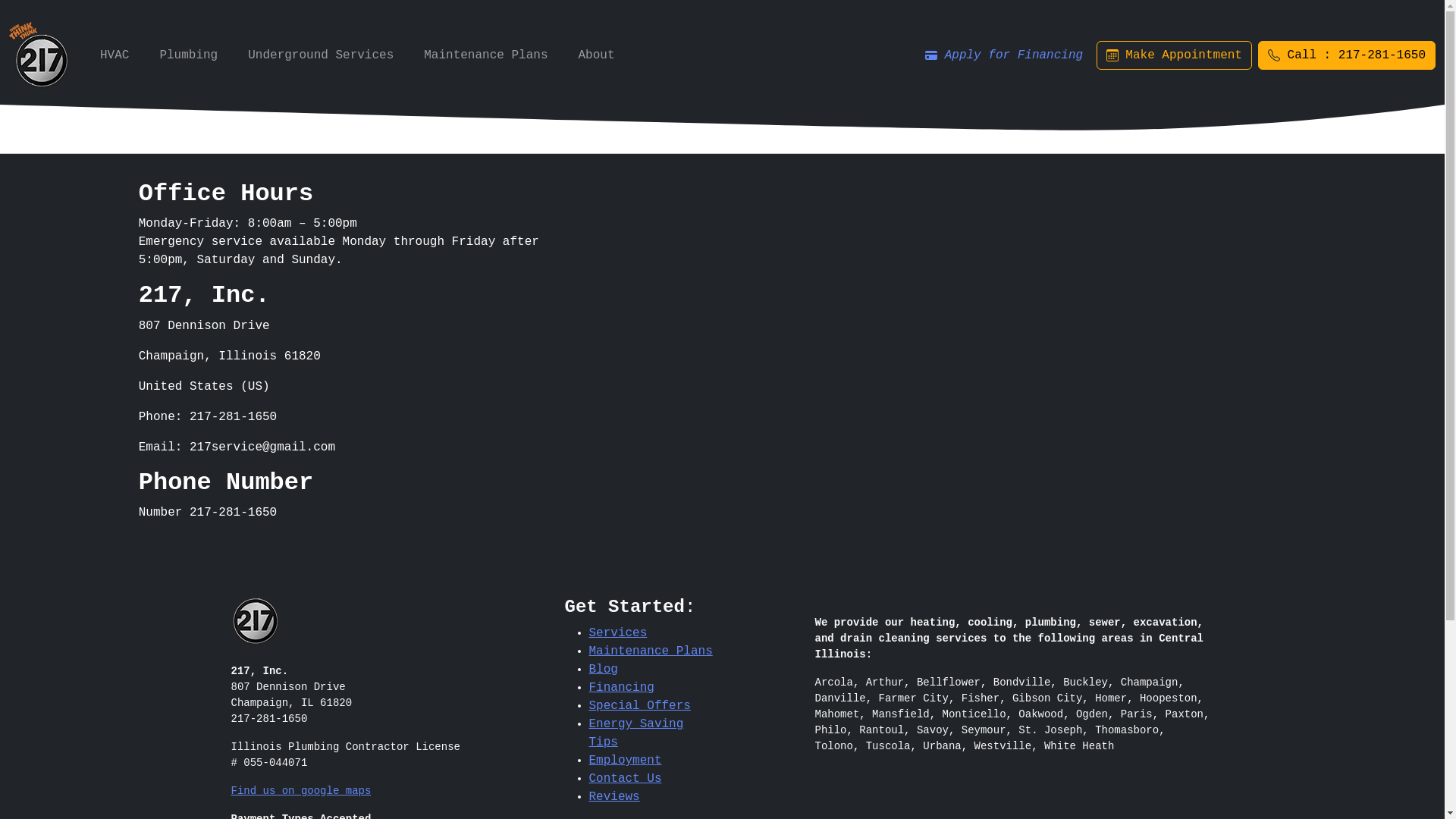 The image size is (1456, 819). I want to click on 'Financing', so click(621, 687).